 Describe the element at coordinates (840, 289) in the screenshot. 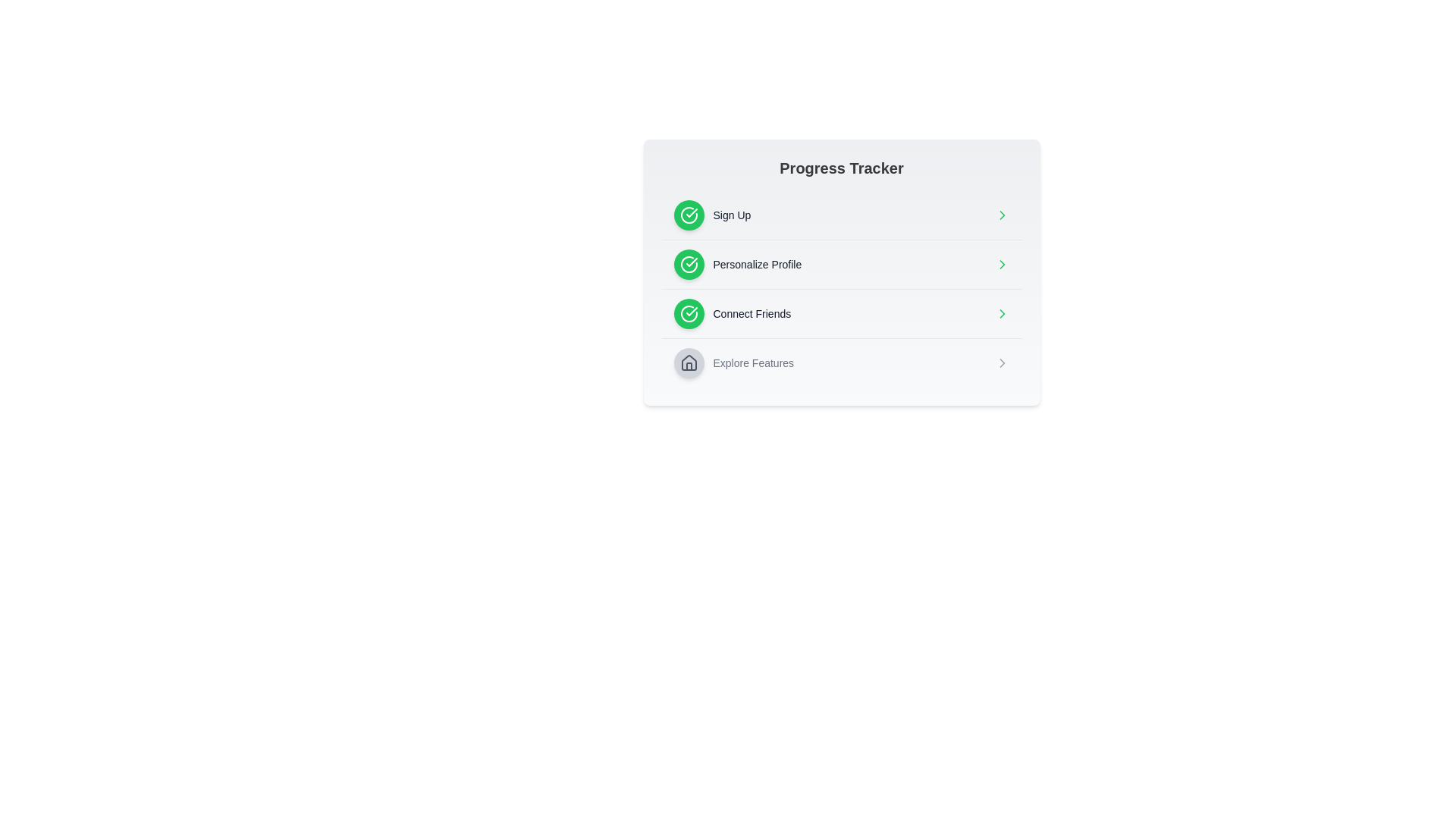

I see `the 'Personalize Profile' step in the progress tracker to interact with it` at that location.